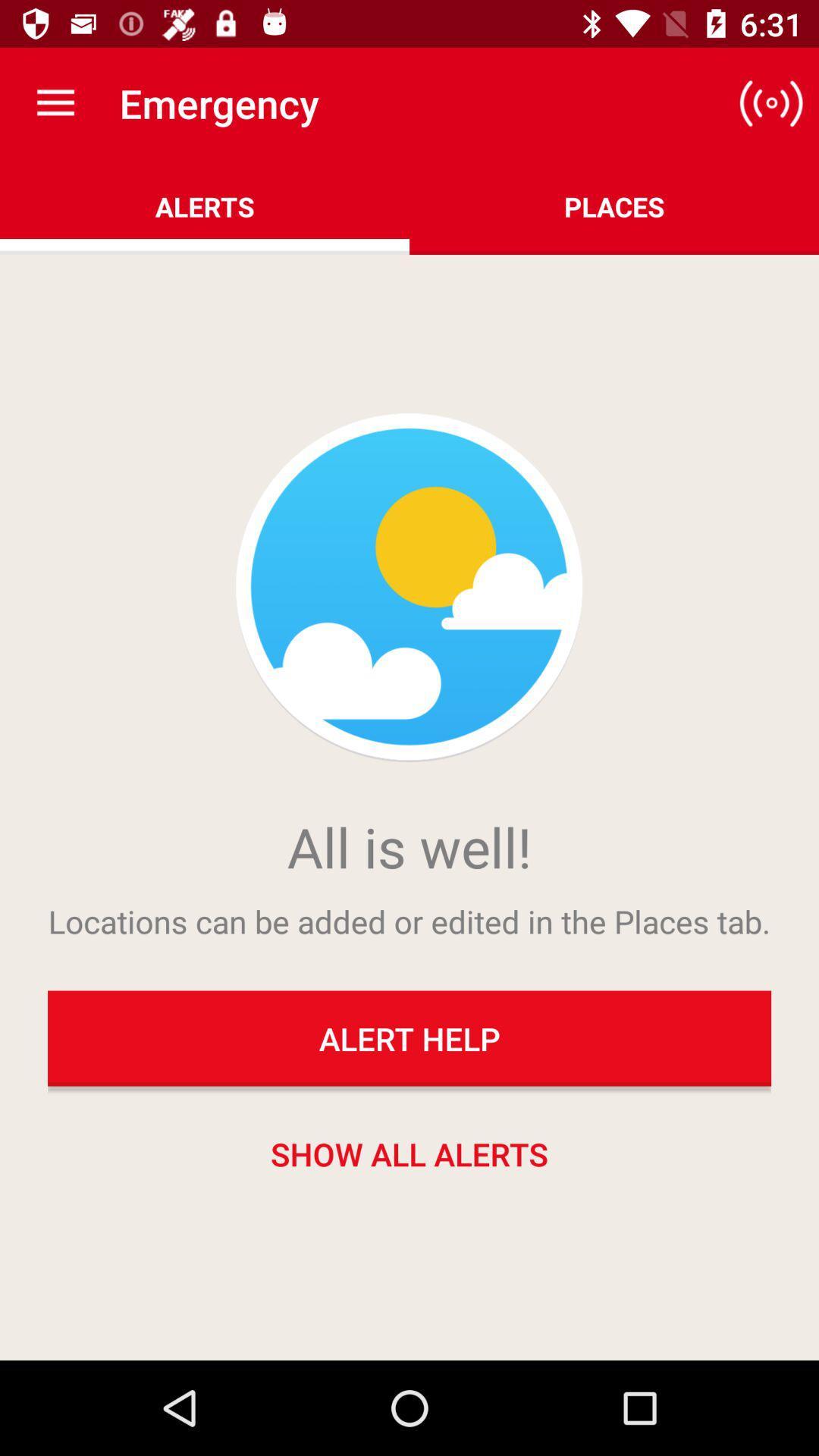 The width and height of the screenshot is (819, 1456). Describe the element at coordinates (409, 1037) in the screenshot. I see `the alert help` at that location.